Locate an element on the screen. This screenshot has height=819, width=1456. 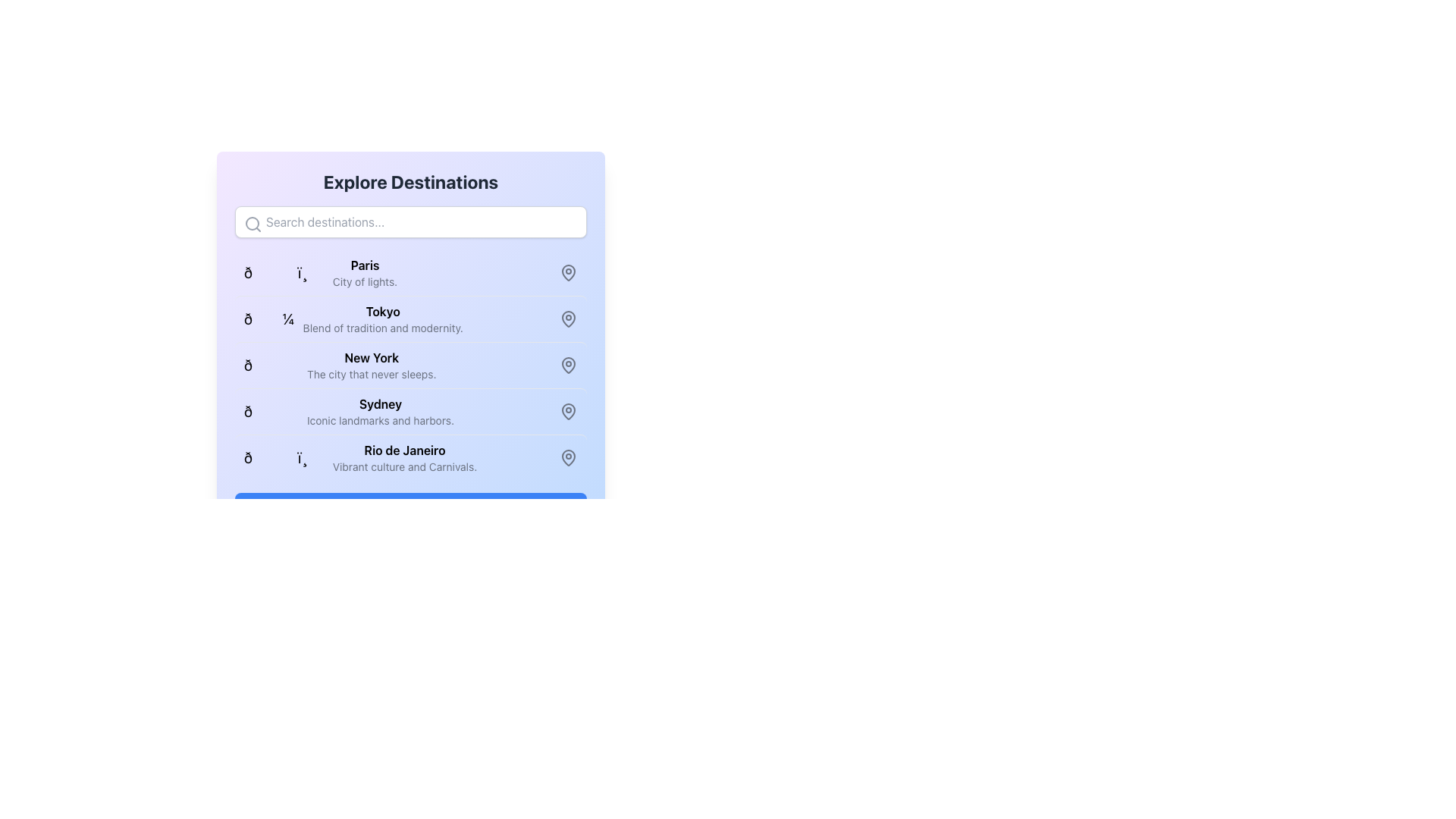
the text label that displays 'The city that never sleeps.' positioned below 'New York' as part of the 'Explore Destinations' section is located at coordinates (372, 374).